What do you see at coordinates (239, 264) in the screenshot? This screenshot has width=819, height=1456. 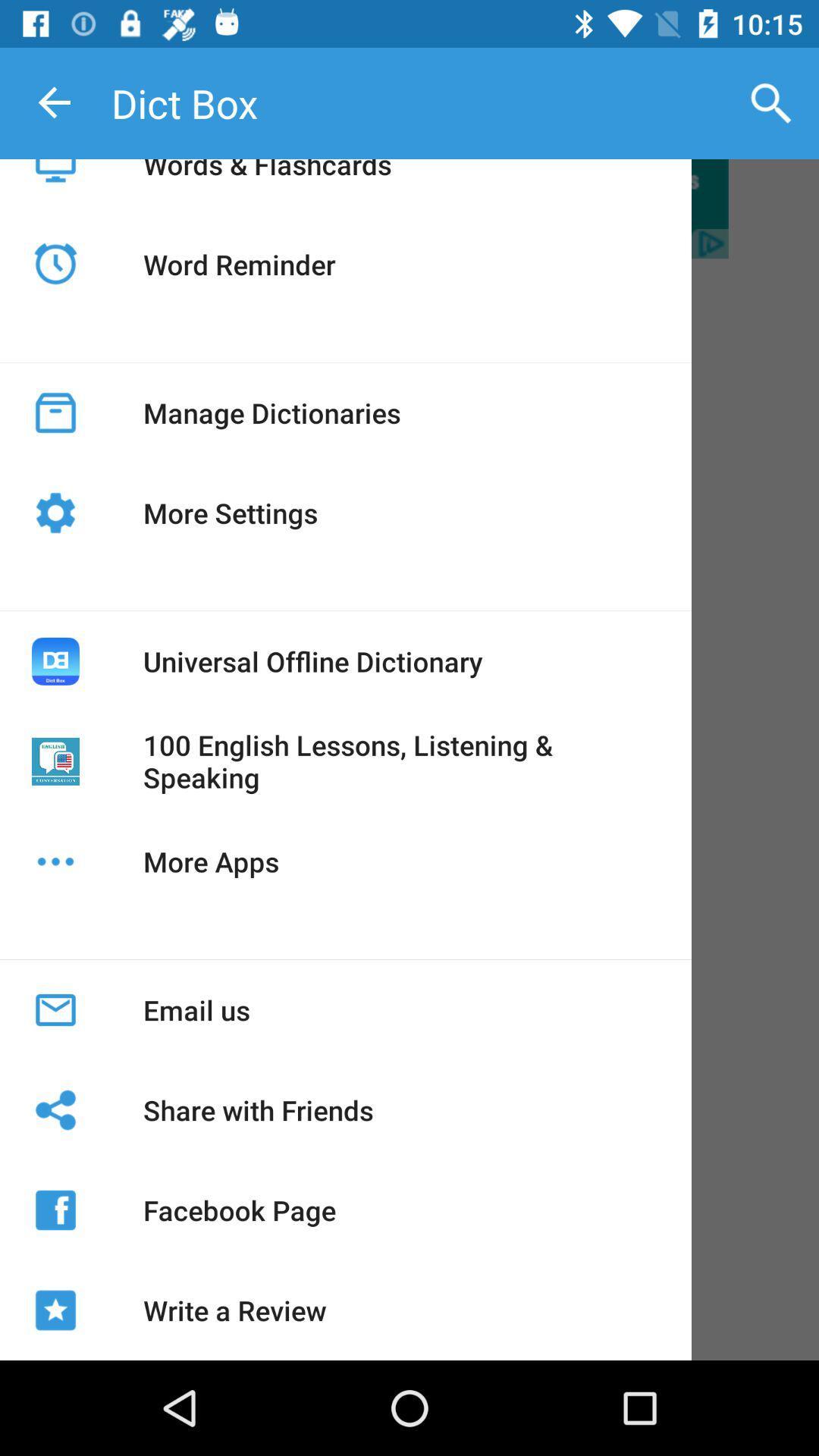 I see `app below words & flashcards item` at bounding box center [239, 264].